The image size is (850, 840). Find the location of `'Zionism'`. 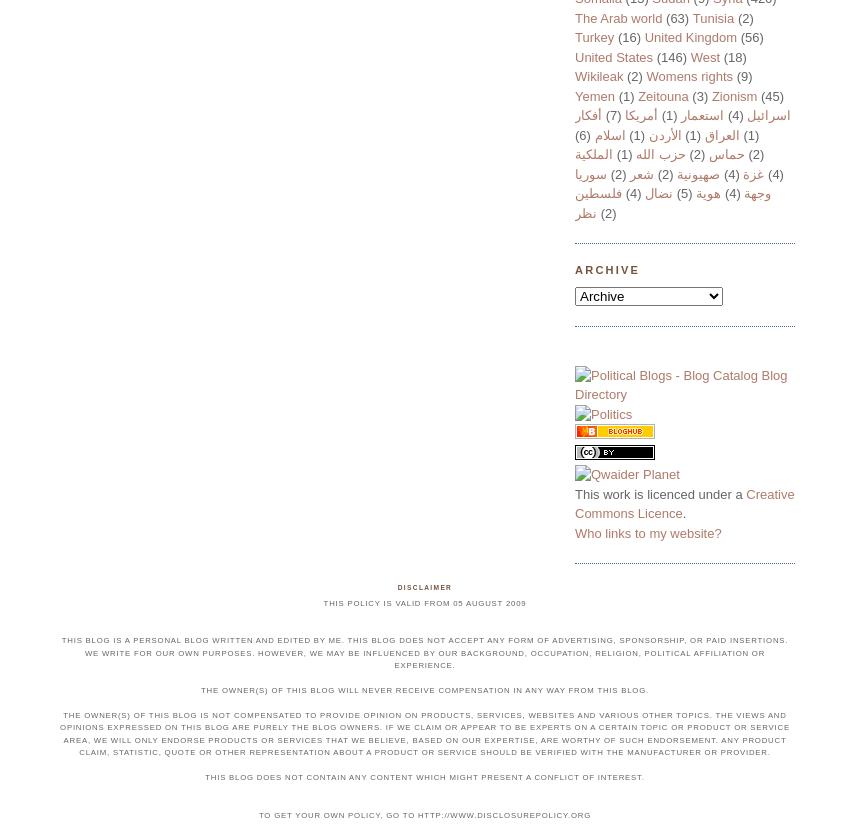

'Zionism' is located at coordinates (733, 95).